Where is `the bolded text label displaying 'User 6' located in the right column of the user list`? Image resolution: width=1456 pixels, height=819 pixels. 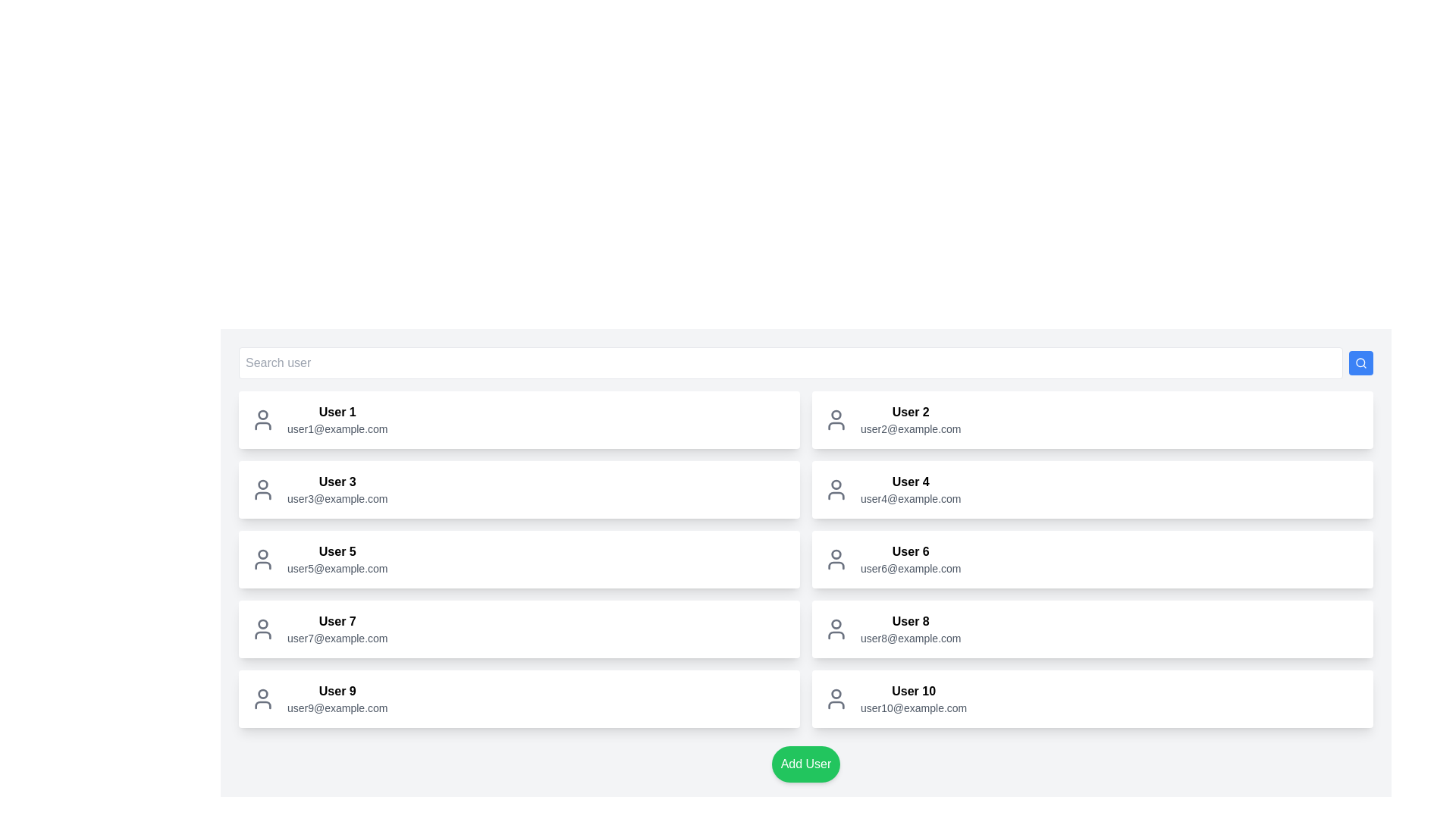
the bolded text label displaying 'User 6' located in the right column of the user list is located at coordinates (910, 552).